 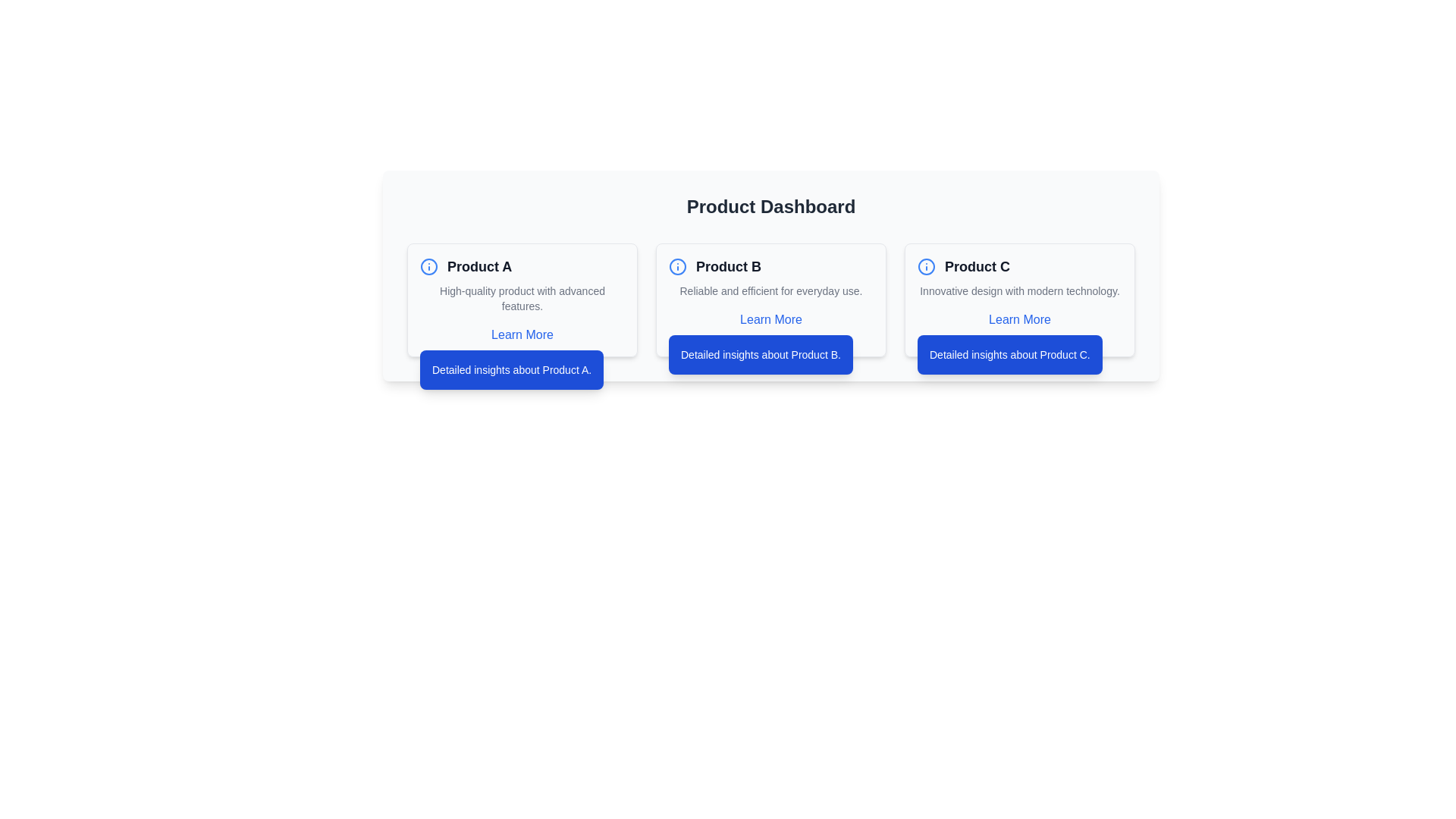 What do you see at coordinates (1019, 291) in the screenshot?
I see `descriptive text located below the title 'Product C' and above the 'Learn More' button, providing information about Product C's innovative design and technological integration` at bounding box center [1019, 291].